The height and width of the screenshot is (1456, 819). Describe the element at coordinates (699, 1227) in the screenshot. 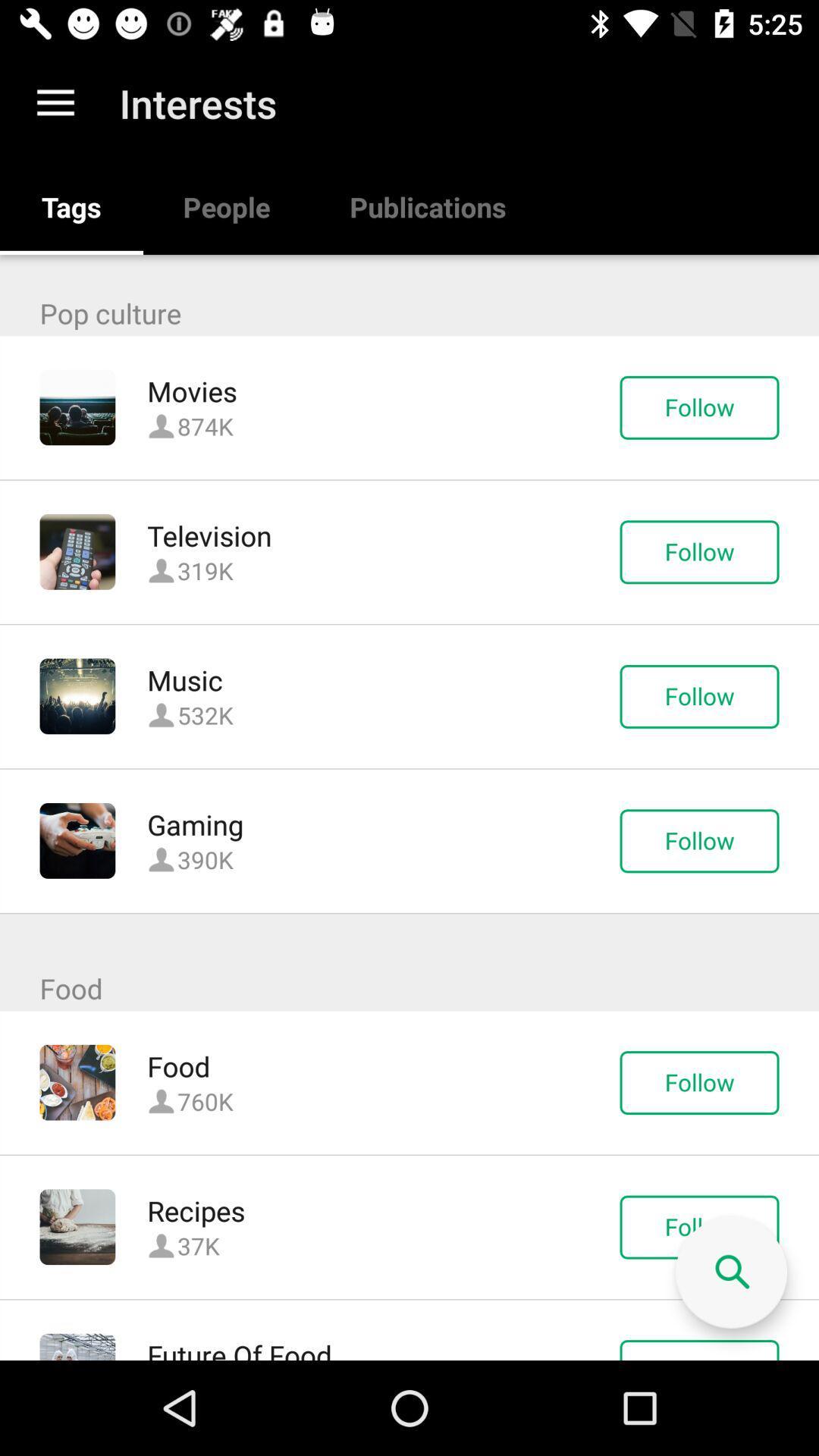

I see `the follow button which is next to recipes` at that location.